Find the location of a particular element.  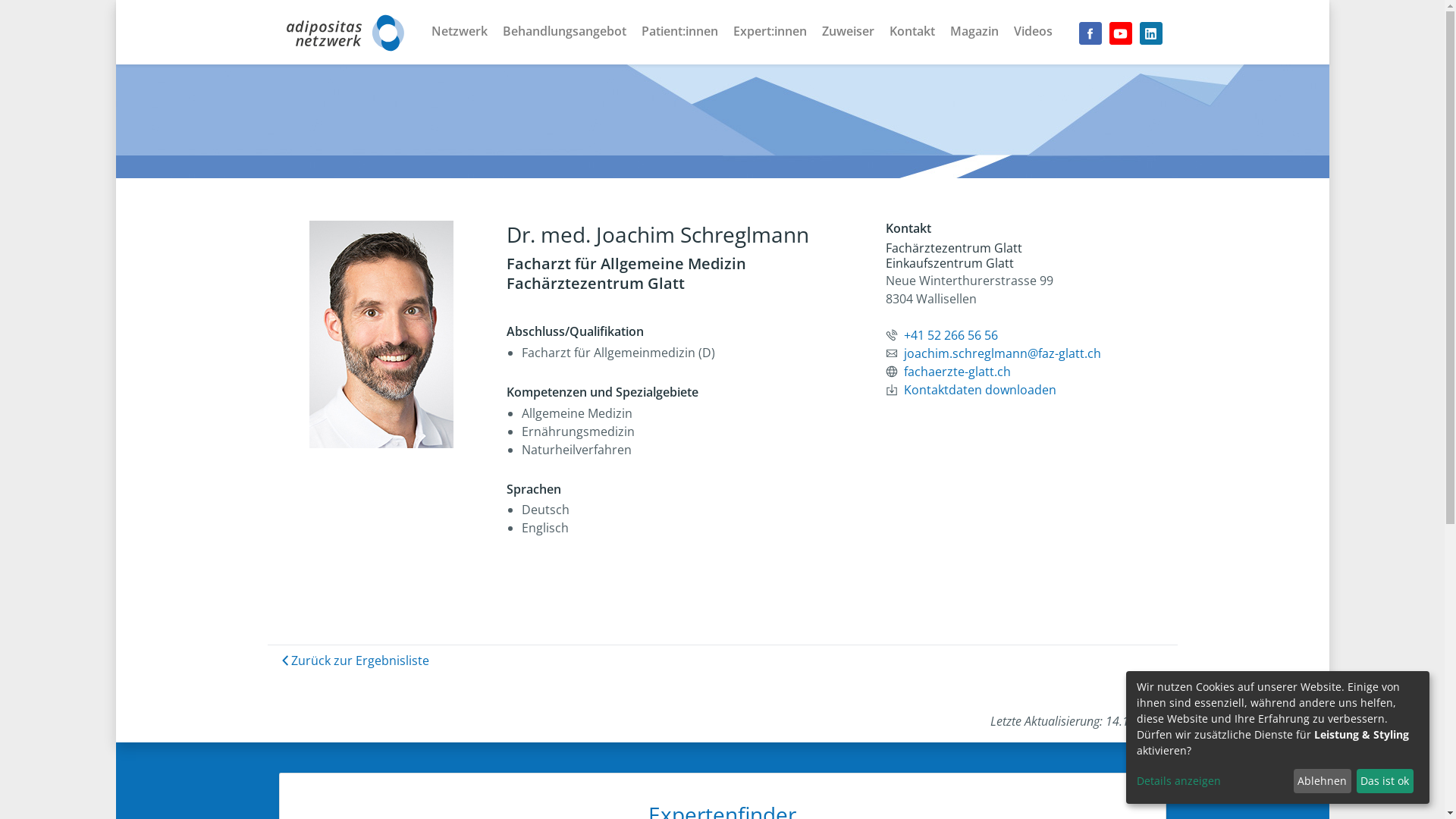

'Behandlungsangebot' is located at coordinates (563, 30).